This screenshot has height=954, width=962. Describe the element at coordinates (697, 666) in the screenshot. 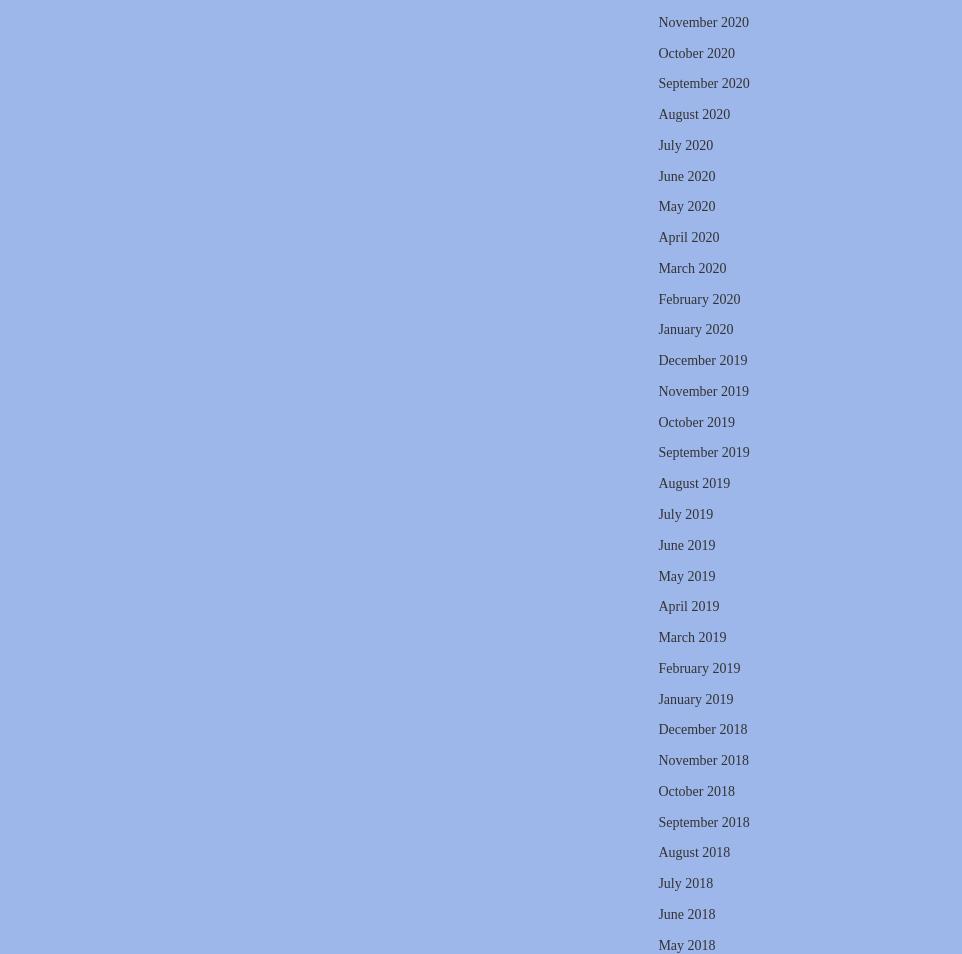

I see `'February 2019'` at that location.